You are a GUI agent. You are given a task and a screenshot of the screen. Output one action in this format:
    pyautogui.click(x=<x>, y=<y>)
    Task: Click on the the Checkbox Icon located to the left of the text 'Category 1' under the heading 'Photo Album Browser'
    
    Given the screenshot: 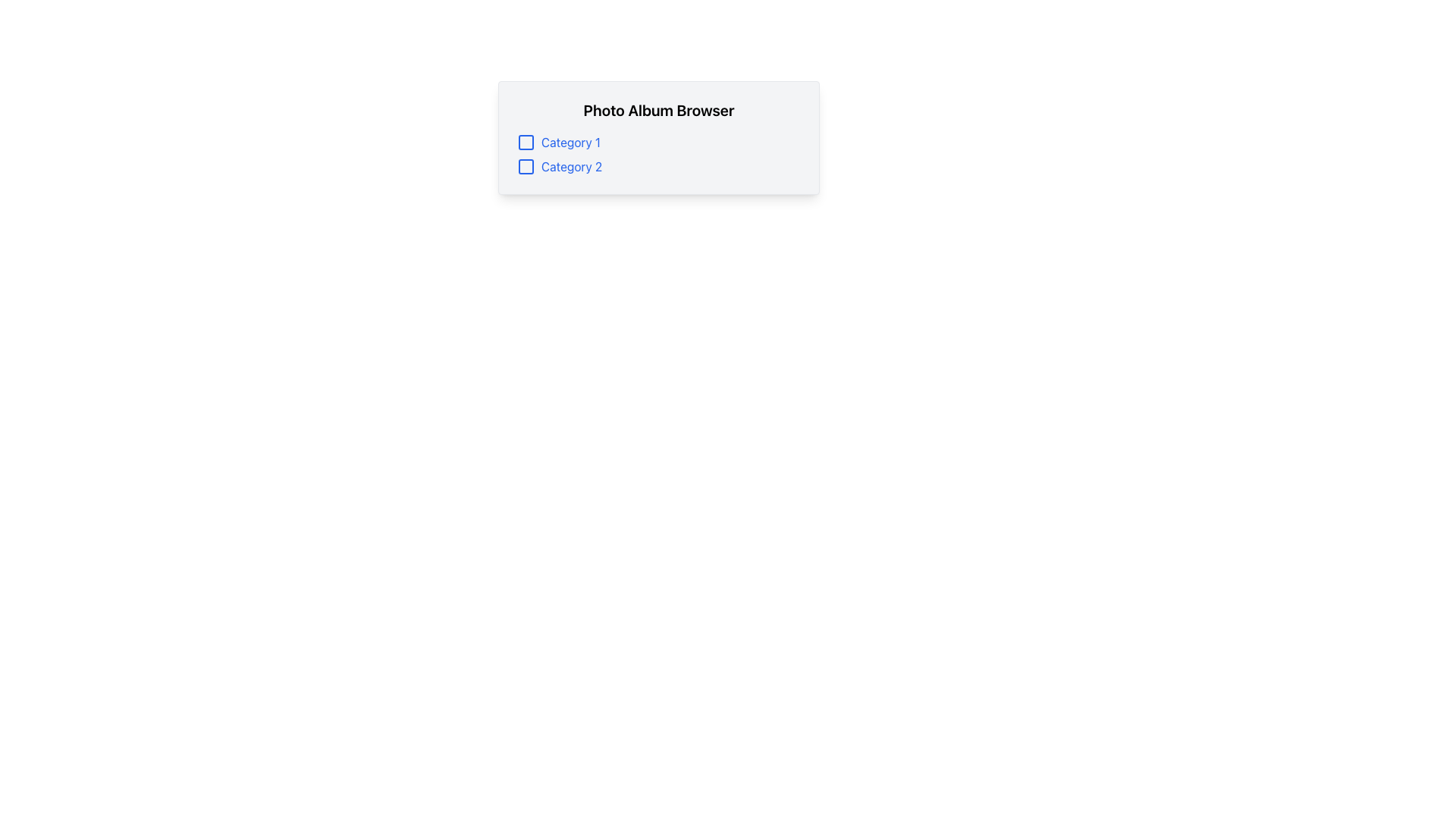 What is the action you would take?
    pyautogui.click(x=526, y=143)
    